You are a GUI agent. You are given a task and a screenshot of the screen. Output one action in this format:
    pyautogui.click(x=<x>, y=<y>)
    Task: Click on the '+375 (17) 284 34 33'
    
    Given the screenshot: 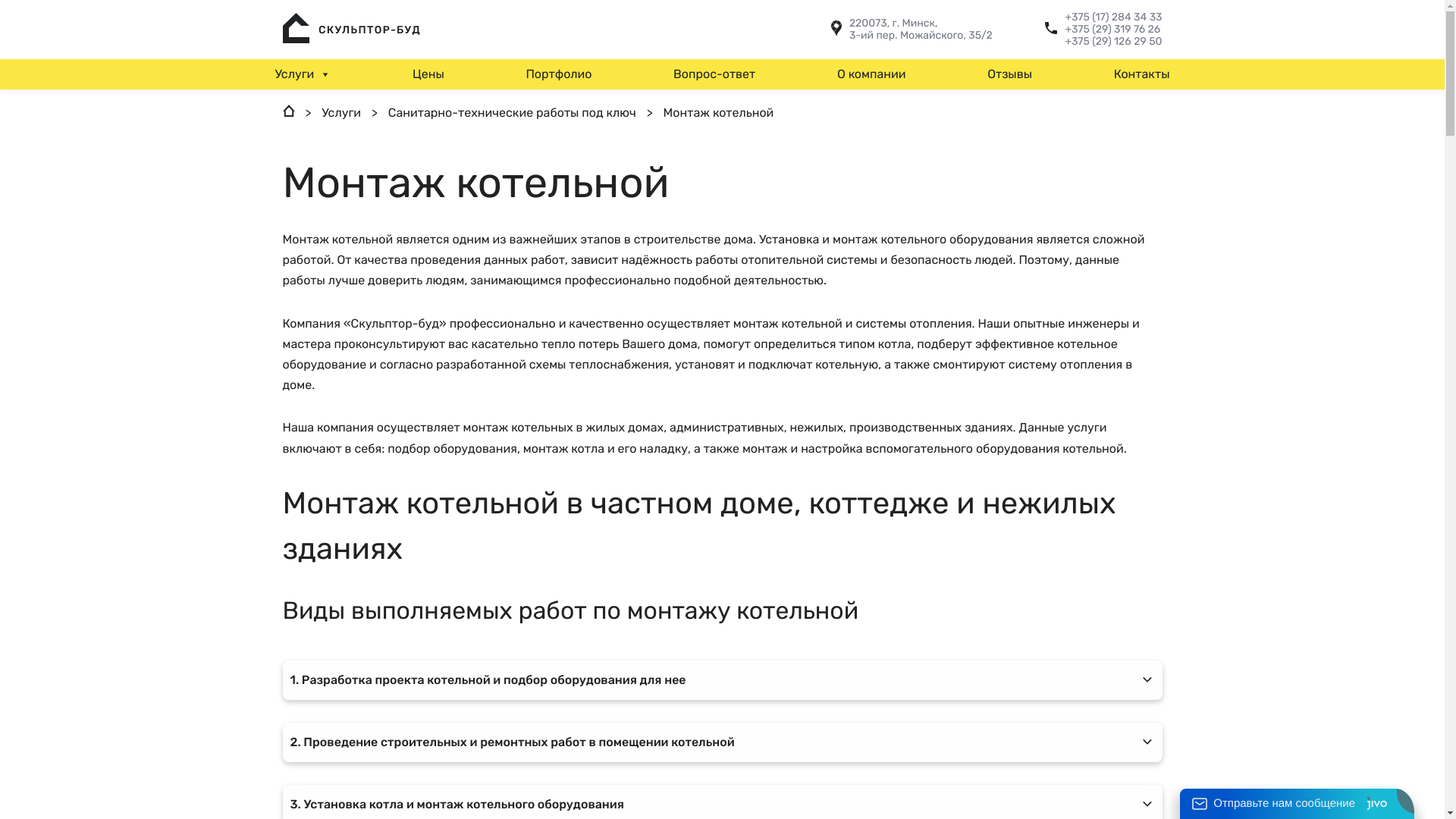 What is the action you would take?
    pyautogui.click(x=1113, y=17)
    